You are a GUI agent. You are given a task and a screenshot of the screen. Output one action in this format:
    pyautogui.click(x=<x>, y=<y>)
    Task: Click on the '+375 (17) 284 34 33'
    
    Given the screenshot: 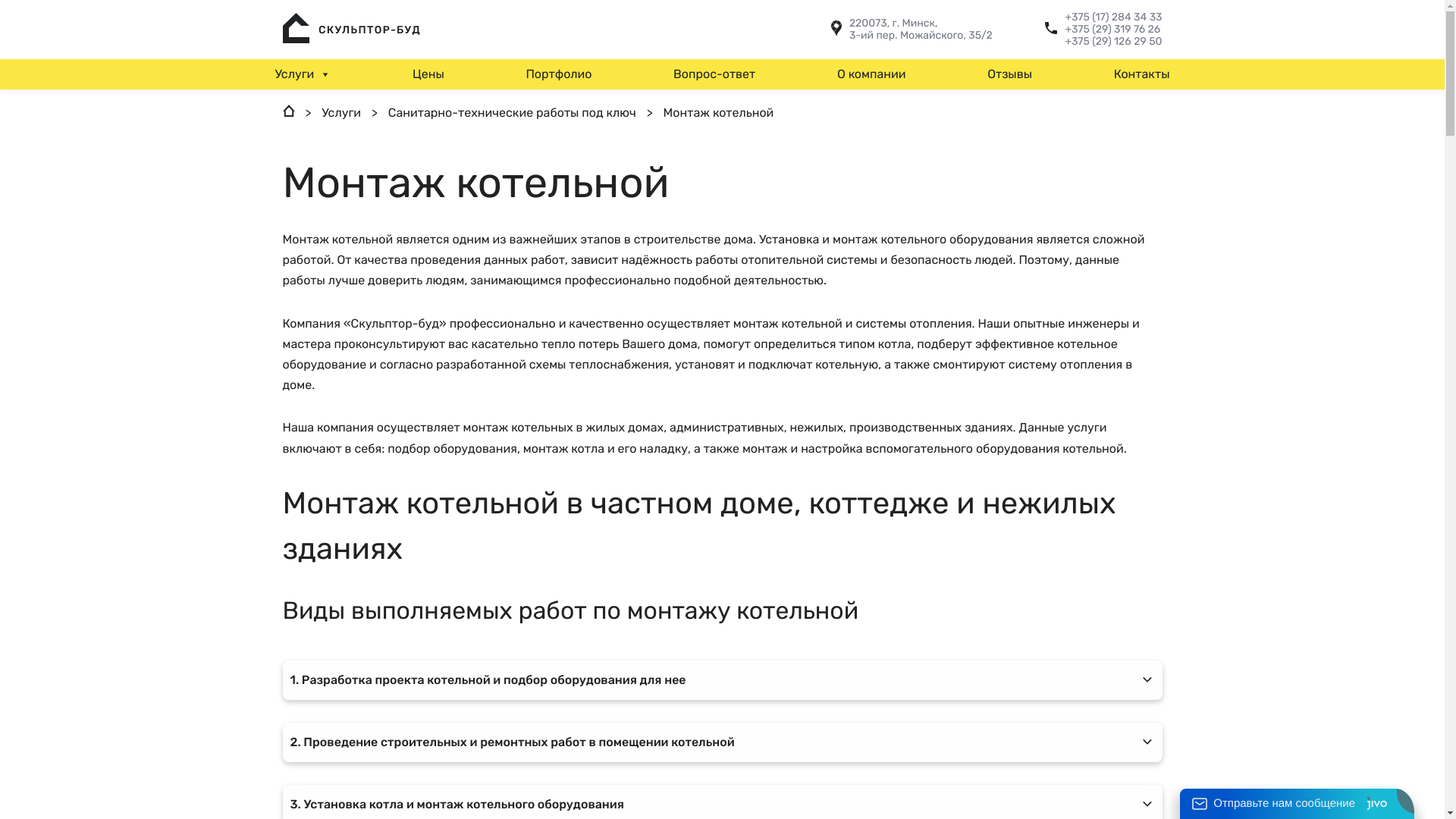 What is the action you would take?
    pyautogui.click(x=1113, y=17)
    